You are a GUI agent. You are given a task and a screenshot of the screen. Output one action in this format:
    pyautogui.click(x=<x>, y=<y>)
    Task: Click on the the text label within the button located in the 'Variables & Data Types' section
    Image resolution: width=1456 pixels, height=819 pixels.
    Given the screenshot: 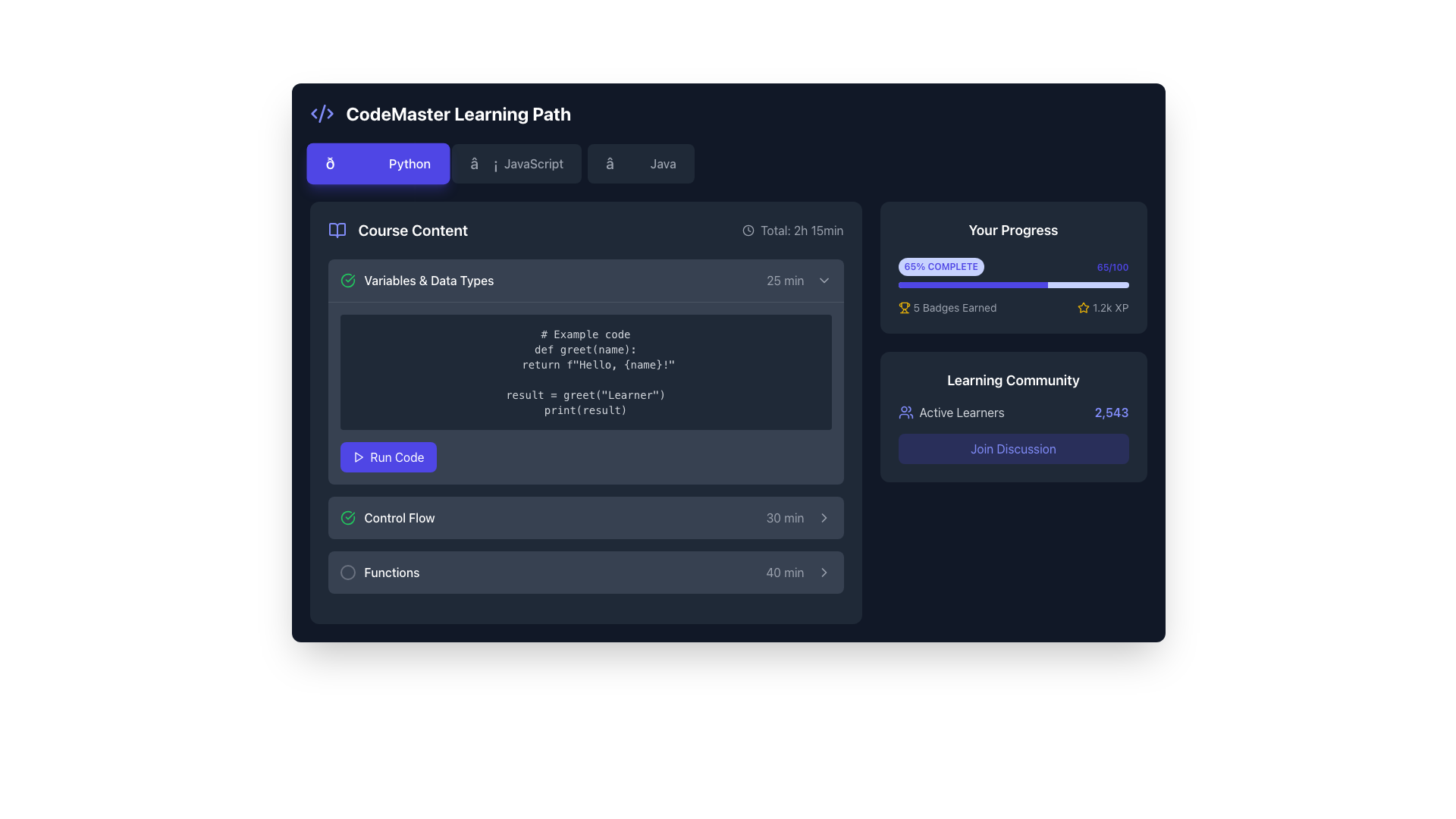 What is the action you would take?
    pyautogui.click(x=397, y=456)
    